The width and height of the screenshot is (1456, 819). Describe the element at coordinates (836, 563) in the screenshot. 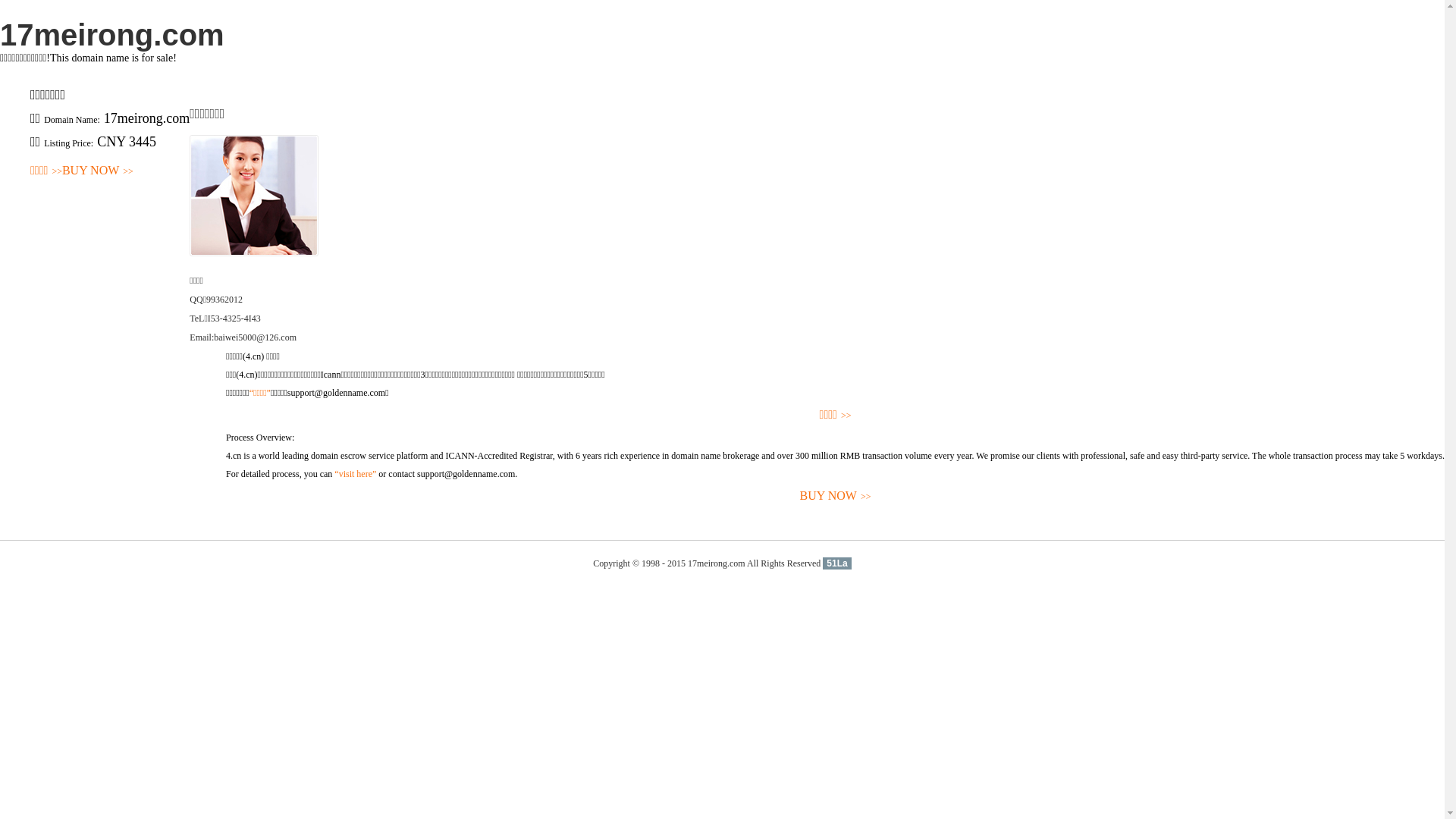

I see `'51La'` at that location.